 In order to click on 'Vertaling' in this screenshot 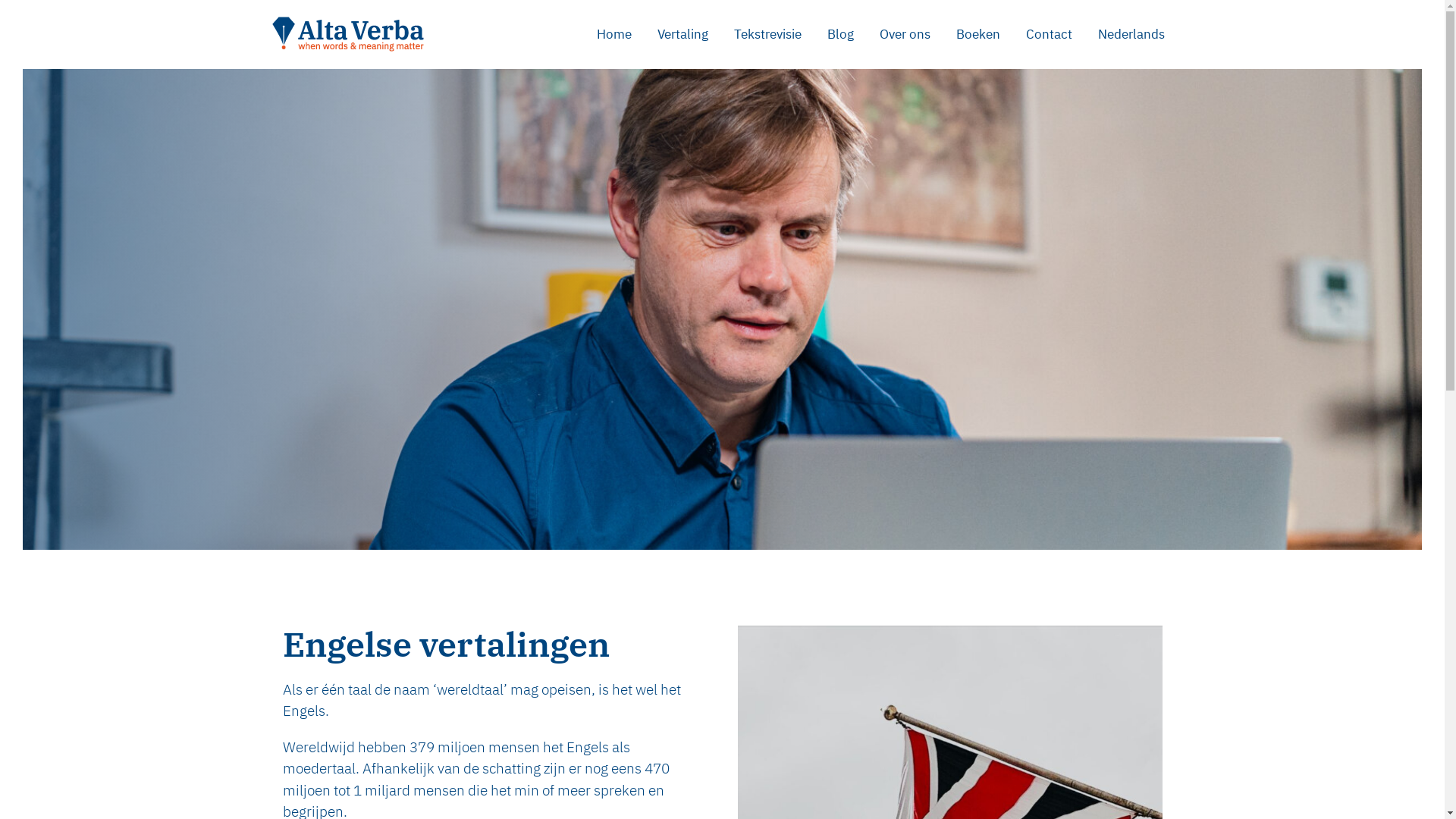, I will do `click(682, 34)`.